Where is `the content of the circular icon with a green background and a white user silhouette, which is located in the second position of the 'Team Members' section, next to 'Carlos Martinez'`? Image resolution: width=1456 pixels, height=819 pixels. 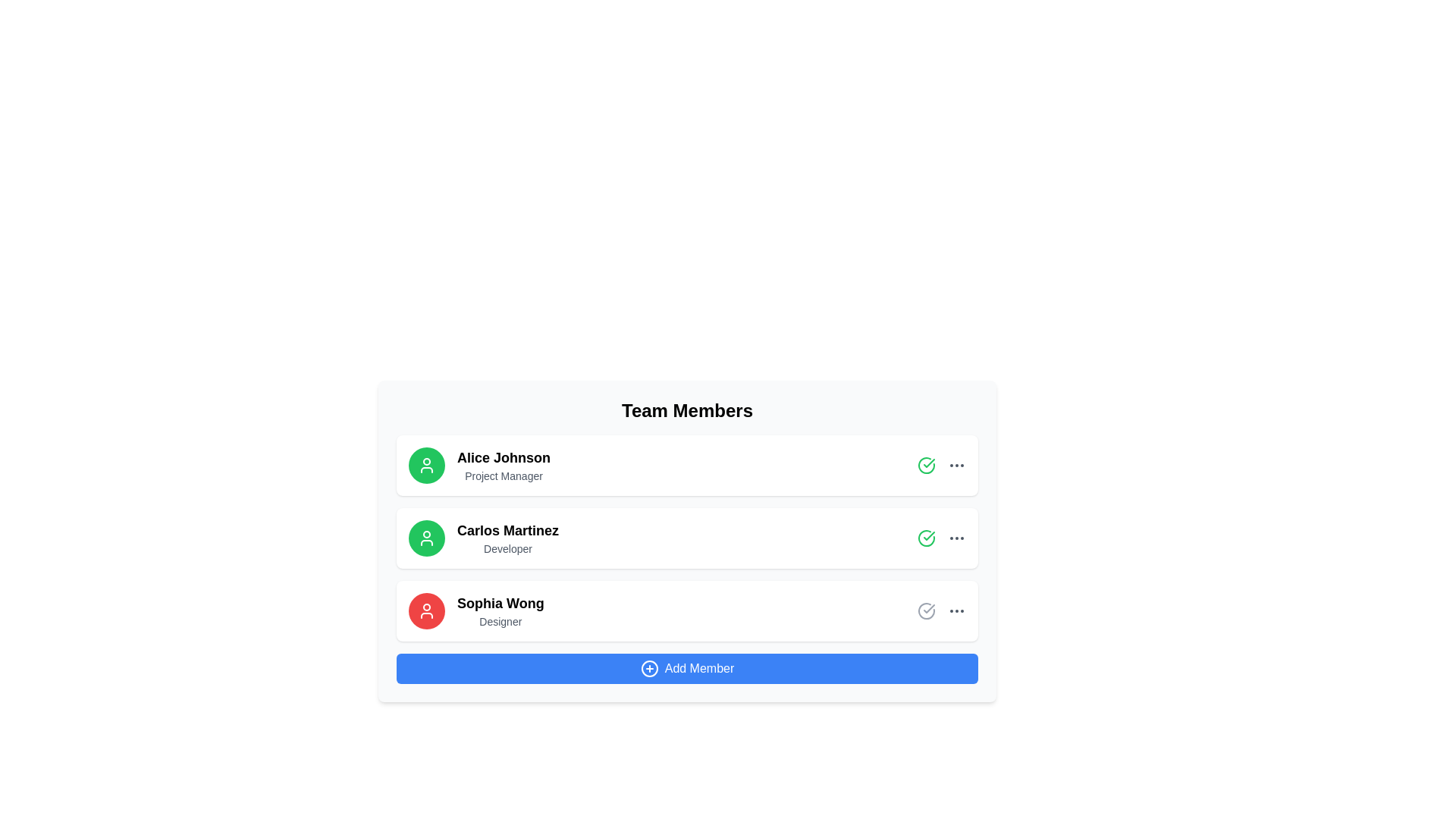
the content of the circular icon with a green background and a white user silhouette, which is located in the second position of the 'Team Members' section, next to 'Carlos Martinez' is located at coordinates (425, 537).